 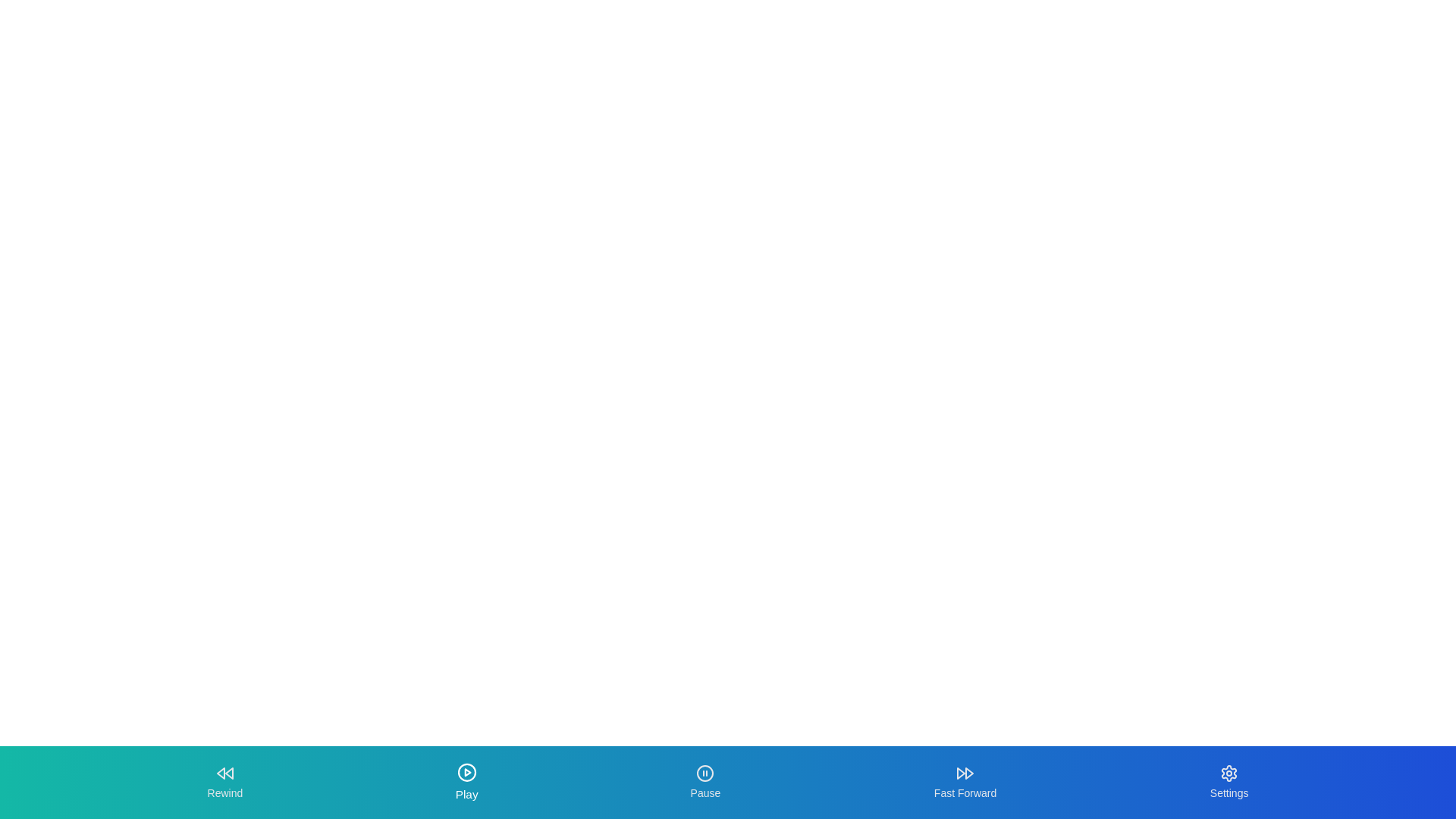 What do you see at coordinates (1229, 783) in the screenshot?
I see `the Settings tab by clicking its button` at bounding box center [1229, 783].